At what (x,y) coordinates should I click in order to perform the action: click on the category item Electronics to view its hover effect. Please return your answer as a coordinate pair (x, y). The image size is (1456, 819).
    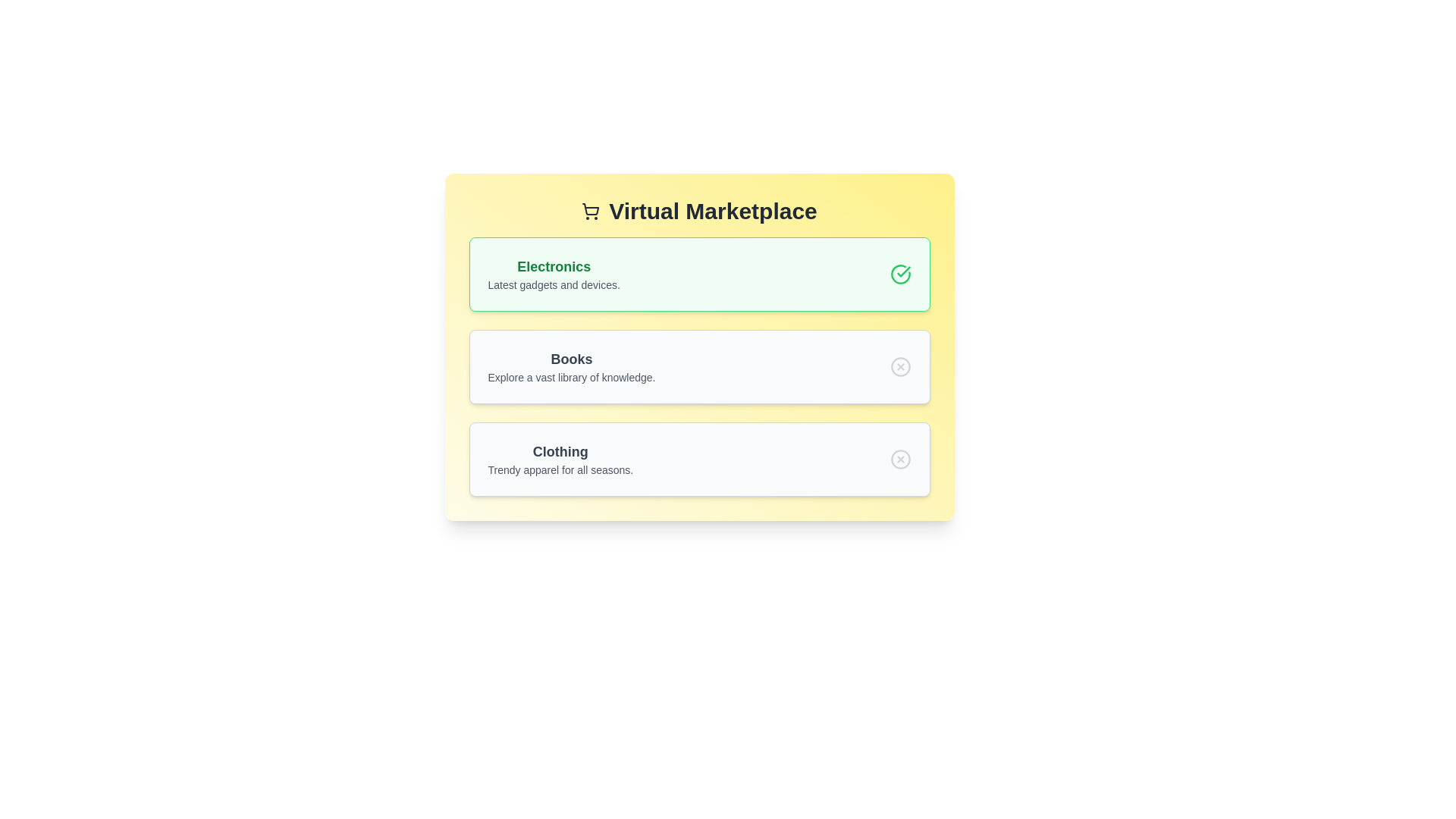
    Looking at the image, I should click on (553, 275).